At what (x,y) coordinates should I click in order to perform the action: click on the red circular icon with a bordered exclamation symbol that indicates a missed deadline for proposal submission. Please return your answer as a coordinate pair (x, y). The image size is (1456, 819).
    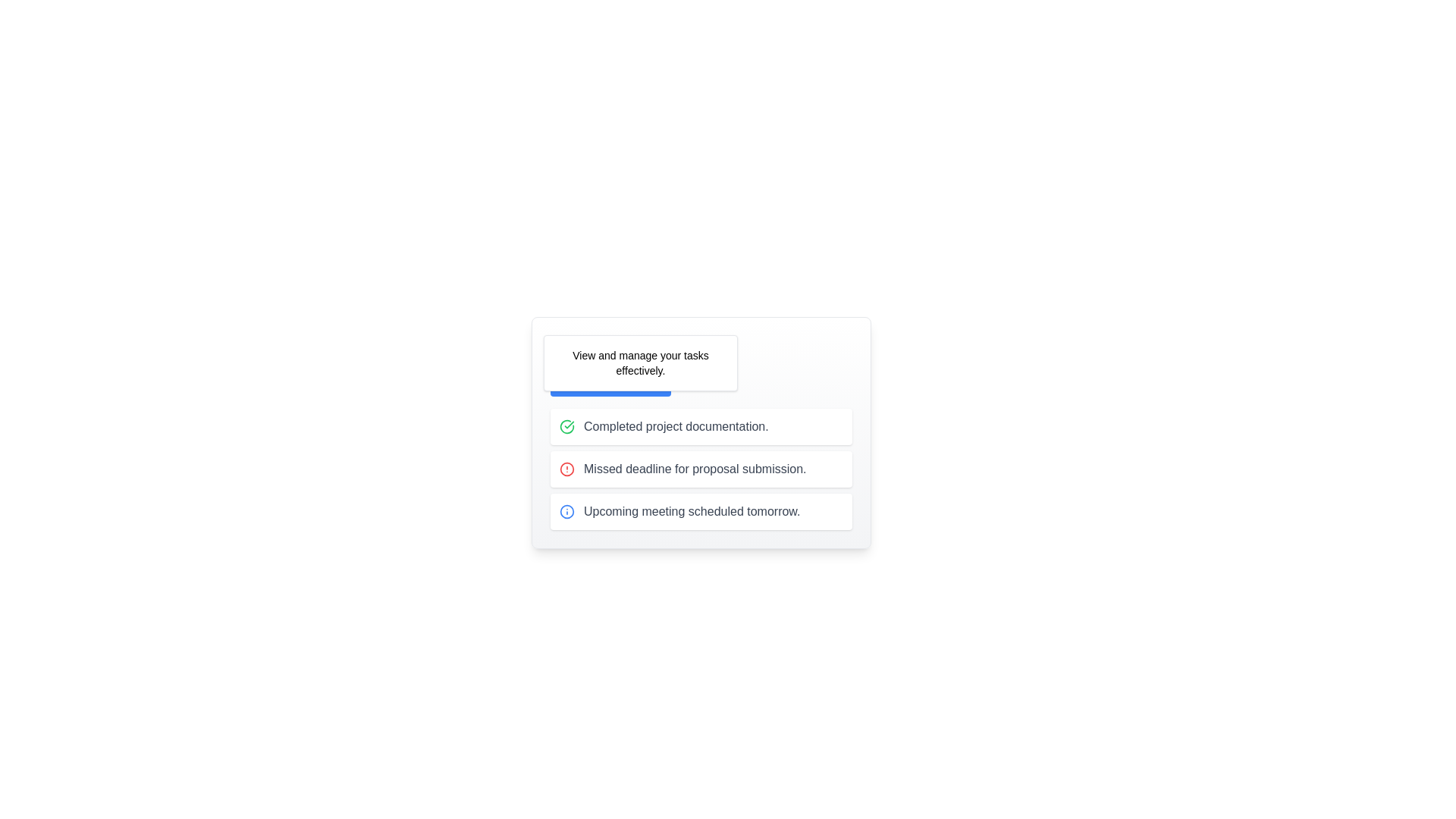
    Looking at the image, I should click on (566, 468).